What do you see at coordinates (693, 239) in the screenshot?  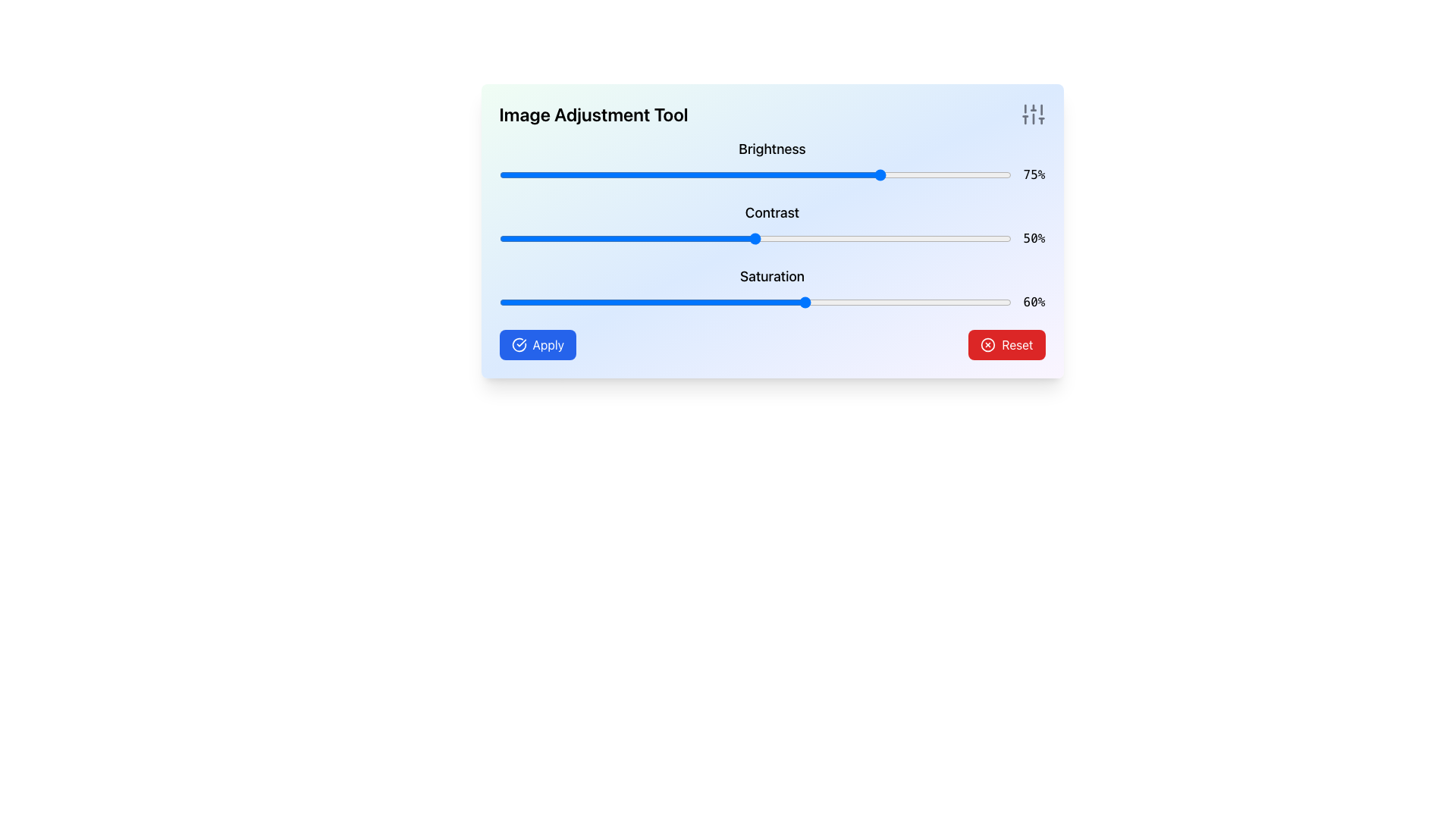 I see `the contrast value` at bounding box center [693, 239].